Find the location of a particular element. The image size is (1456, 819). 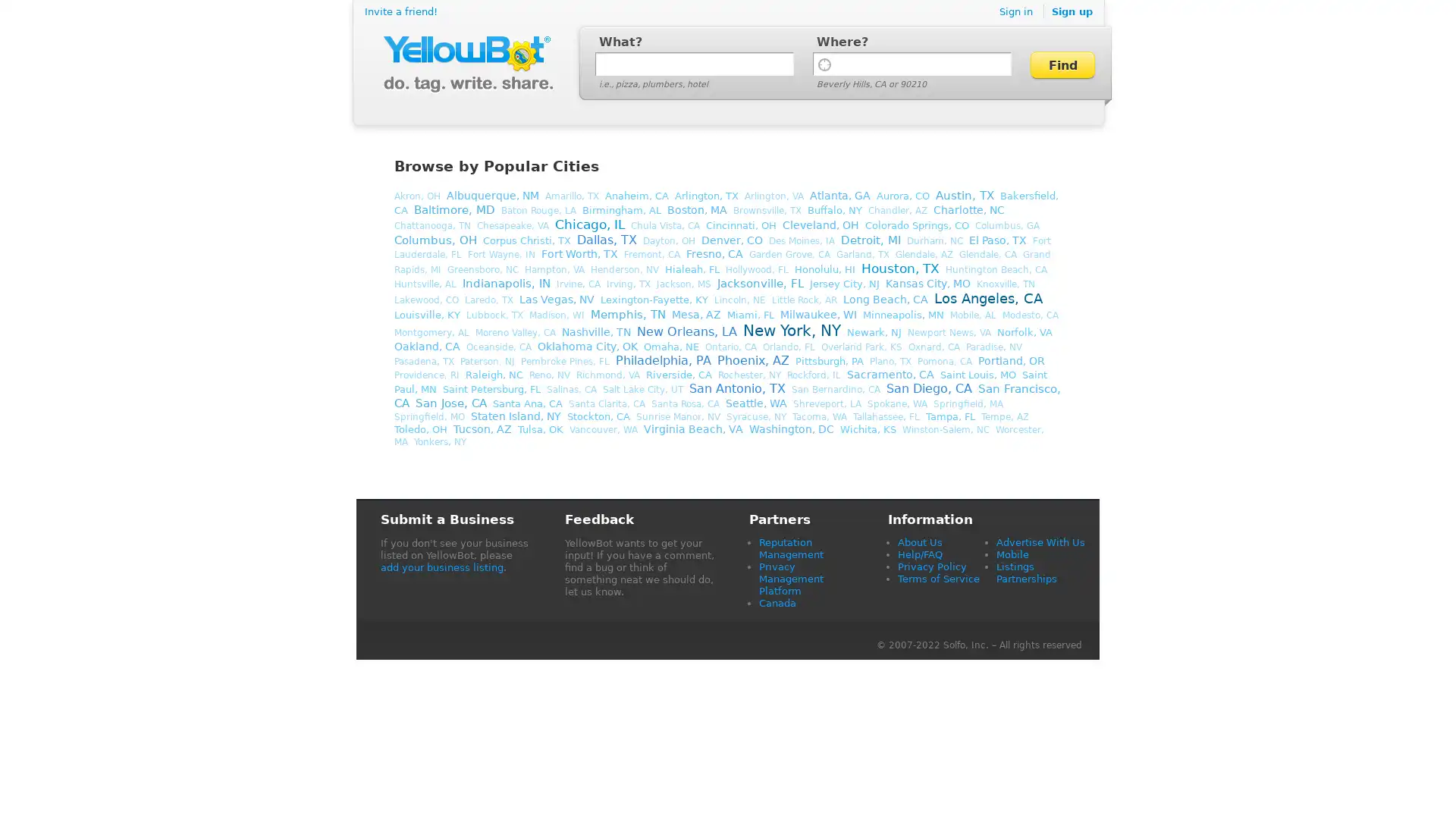

Find is located at coordinates (1062, 64).